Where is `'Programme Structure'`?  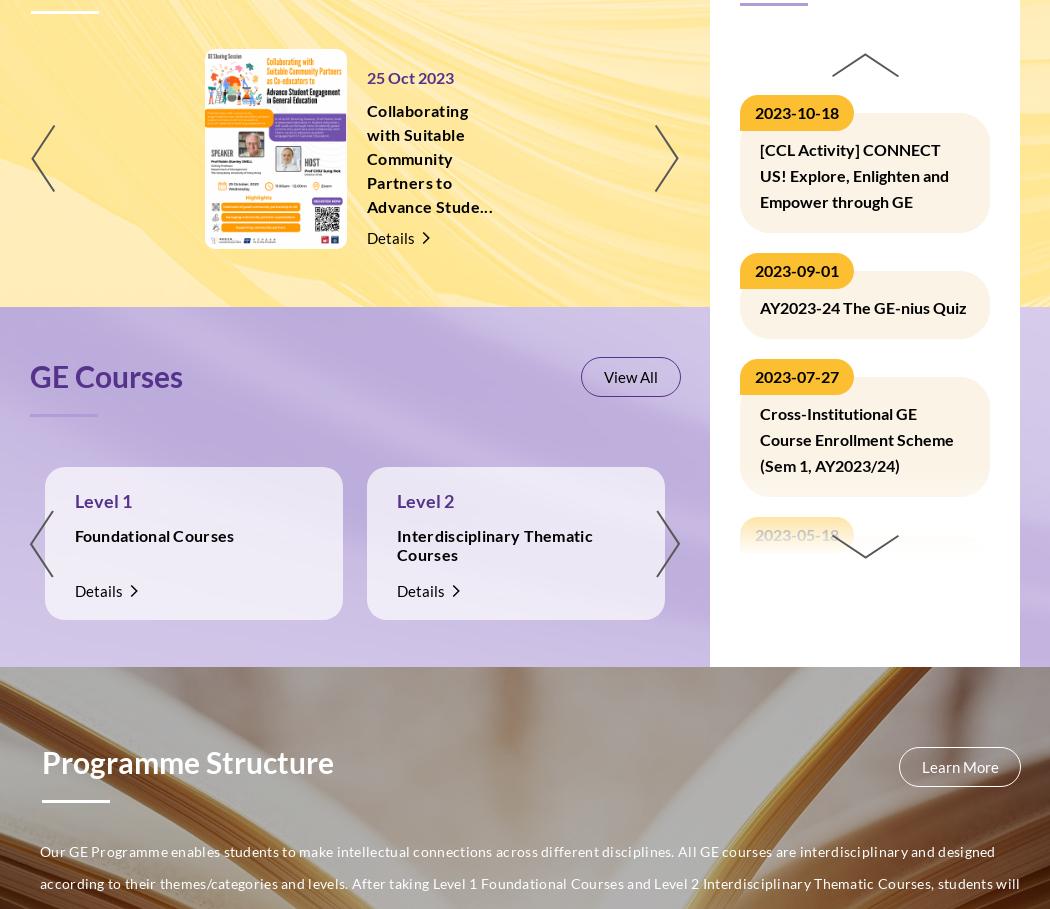
'Programme Structure' is located at coordinates (187, 762).